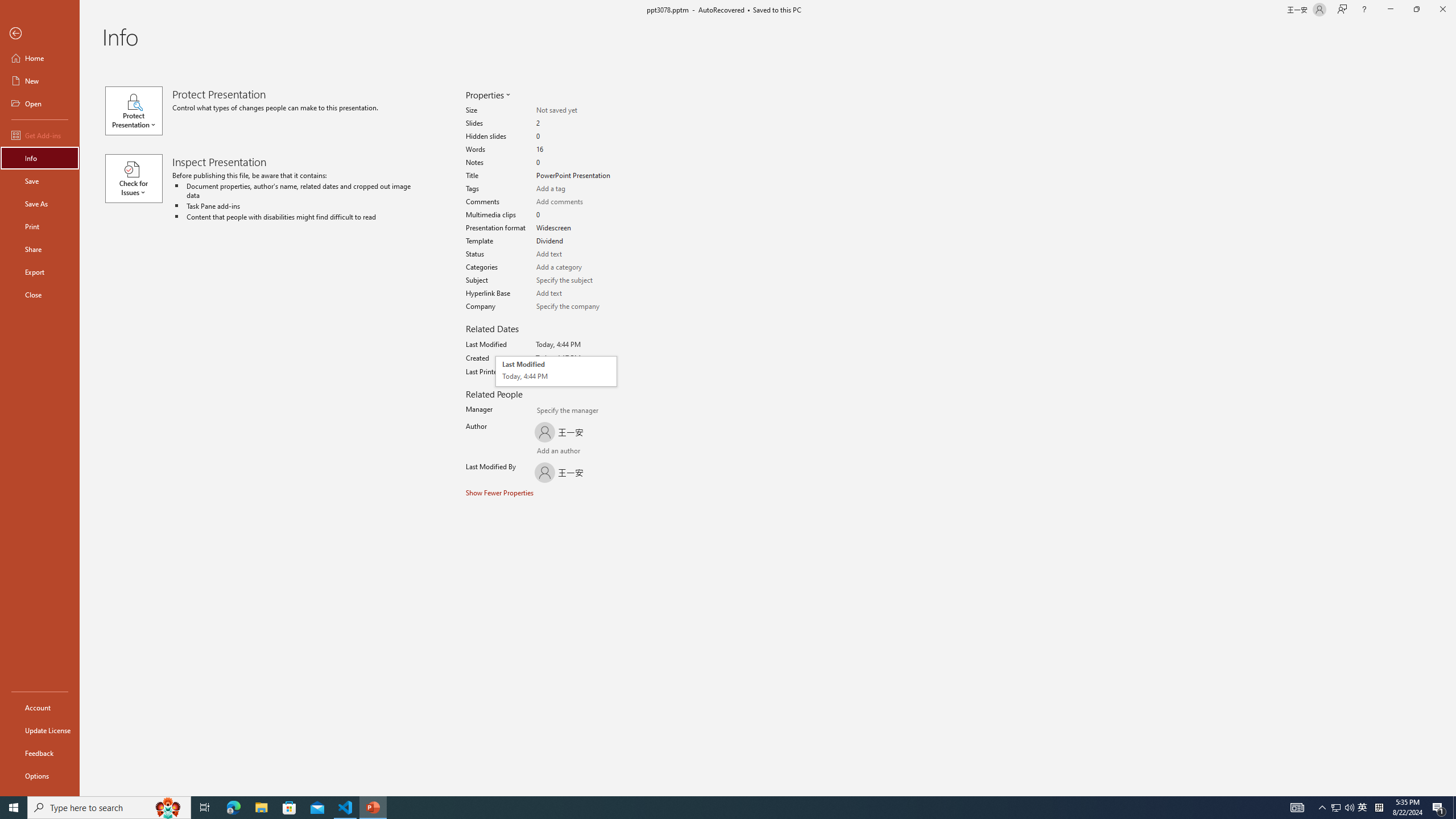 This screenshot has width=1456, height=819. I want to click on 'Feedback', so click(39, 753).